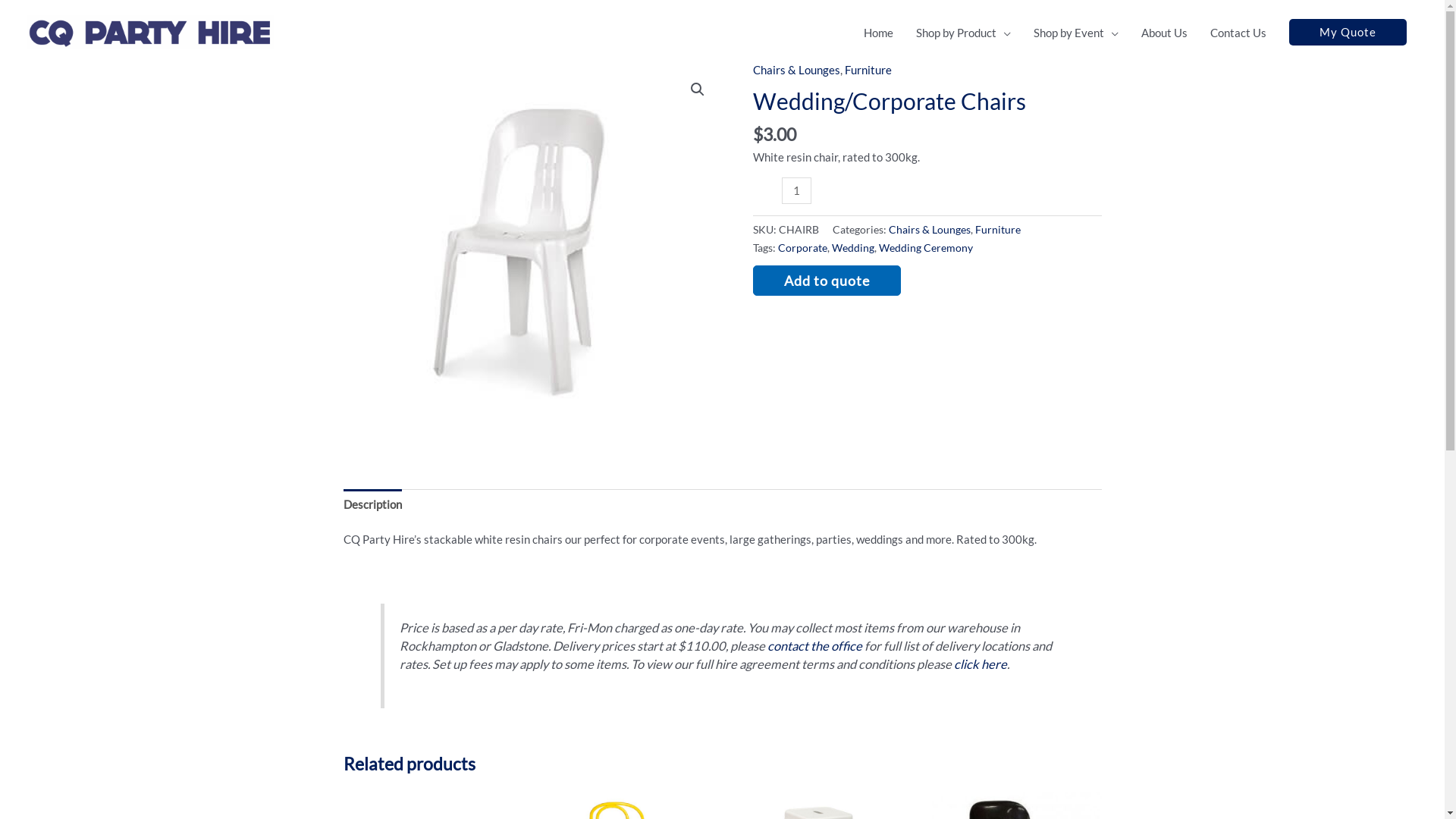  Describe the element at coordinates (830, 247) in the screenshot. I see `'Wedding'` at that location.